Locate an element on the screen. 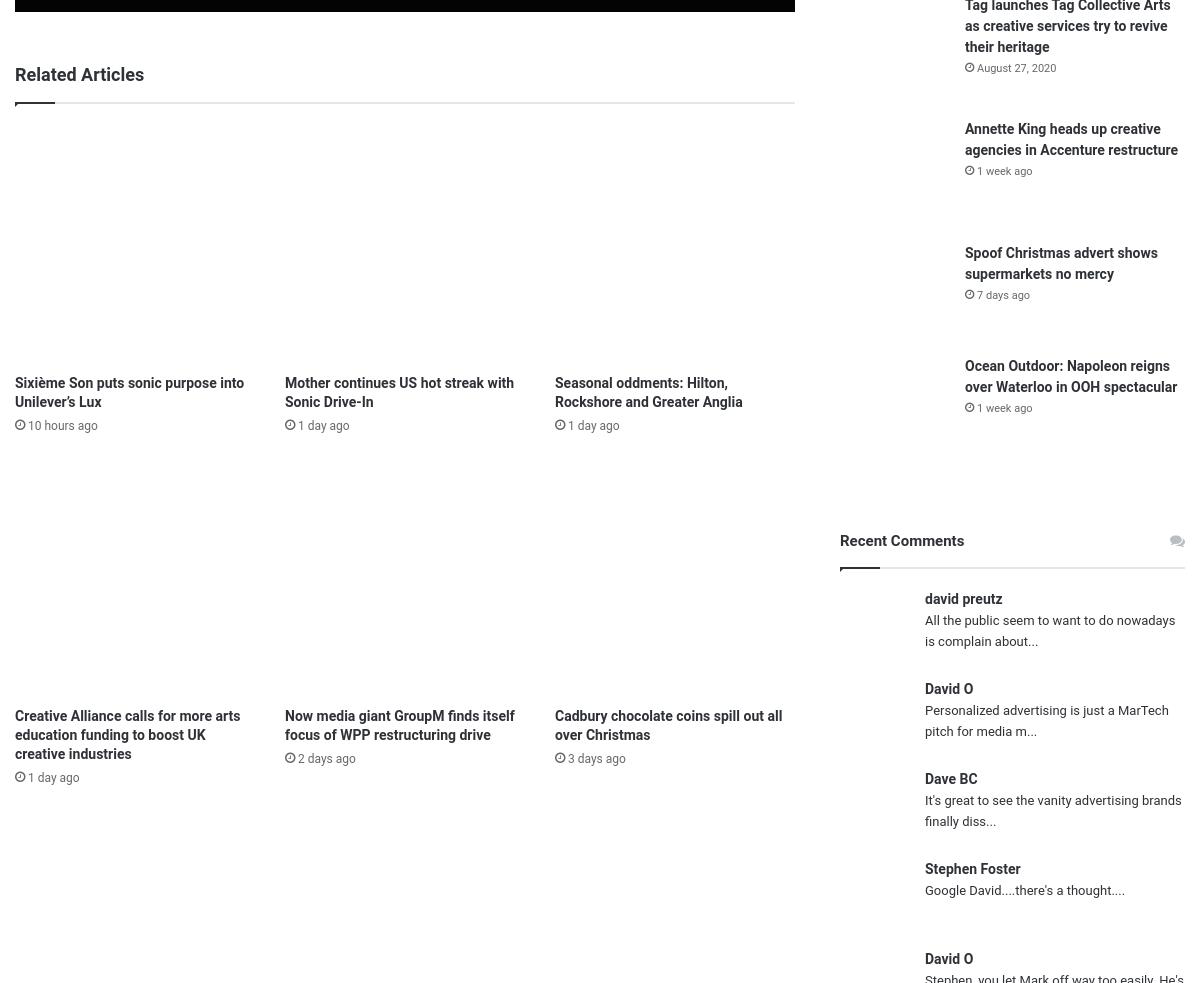  'Dave BC' is located at coordinates (951, 777).